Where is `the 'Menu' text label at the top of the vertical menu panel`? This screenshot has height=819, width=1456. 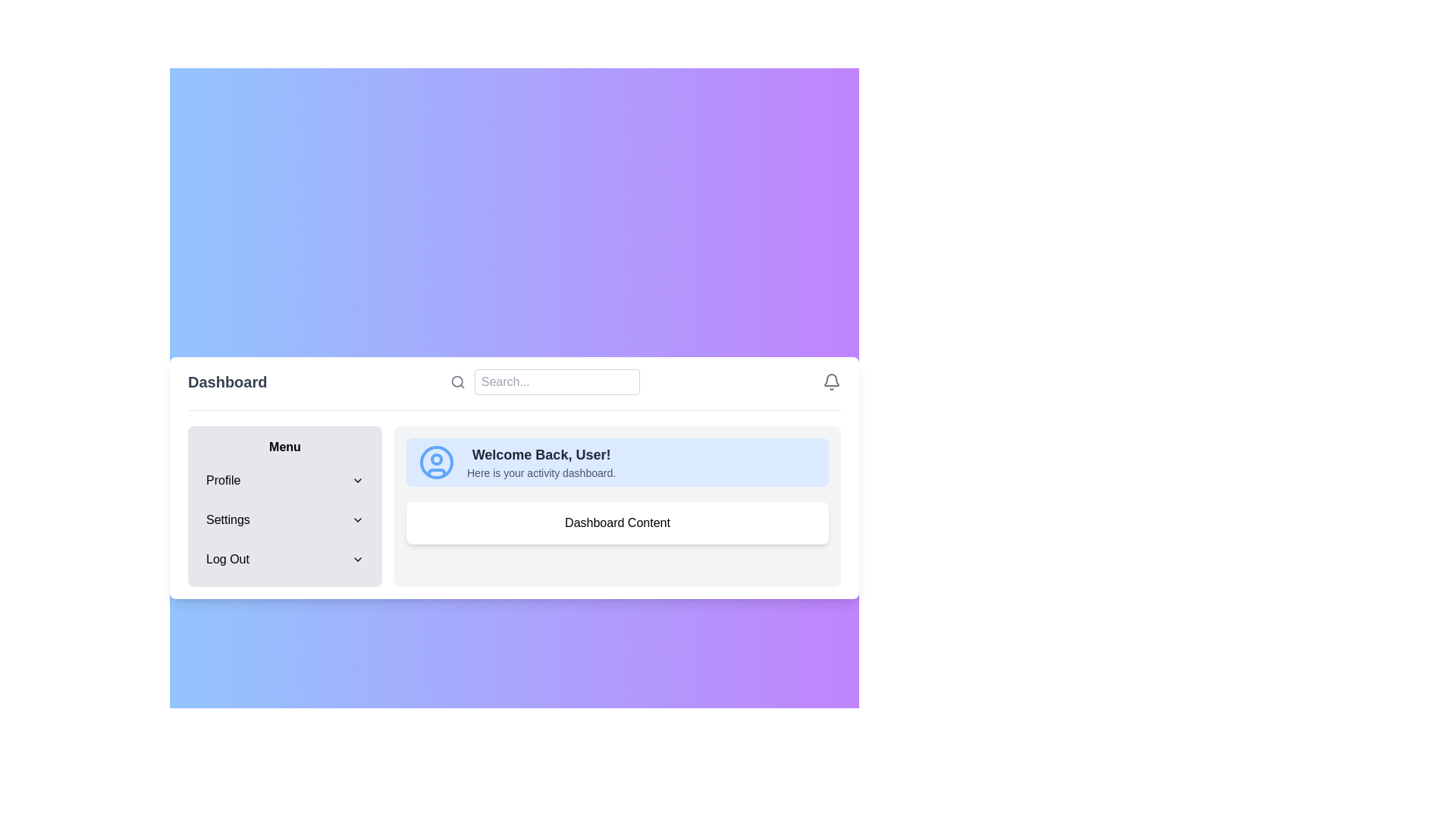
the 'Menu' text label at the top of the vertical menu panel is located at coordinates (284, 446).